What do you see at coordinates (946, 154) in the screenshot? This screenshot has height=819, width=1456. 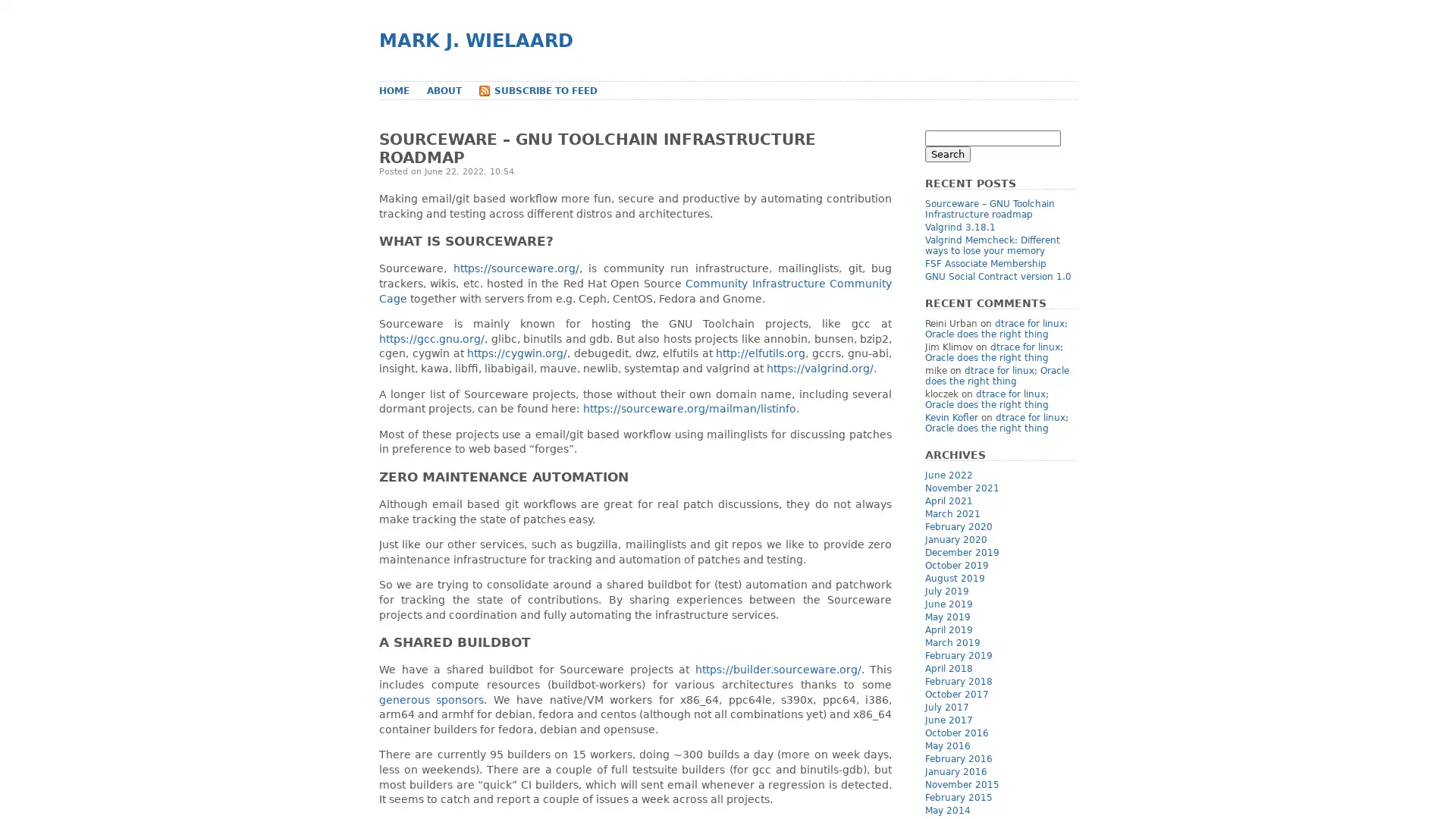 I see `Search` at bounding box center [946, 154].